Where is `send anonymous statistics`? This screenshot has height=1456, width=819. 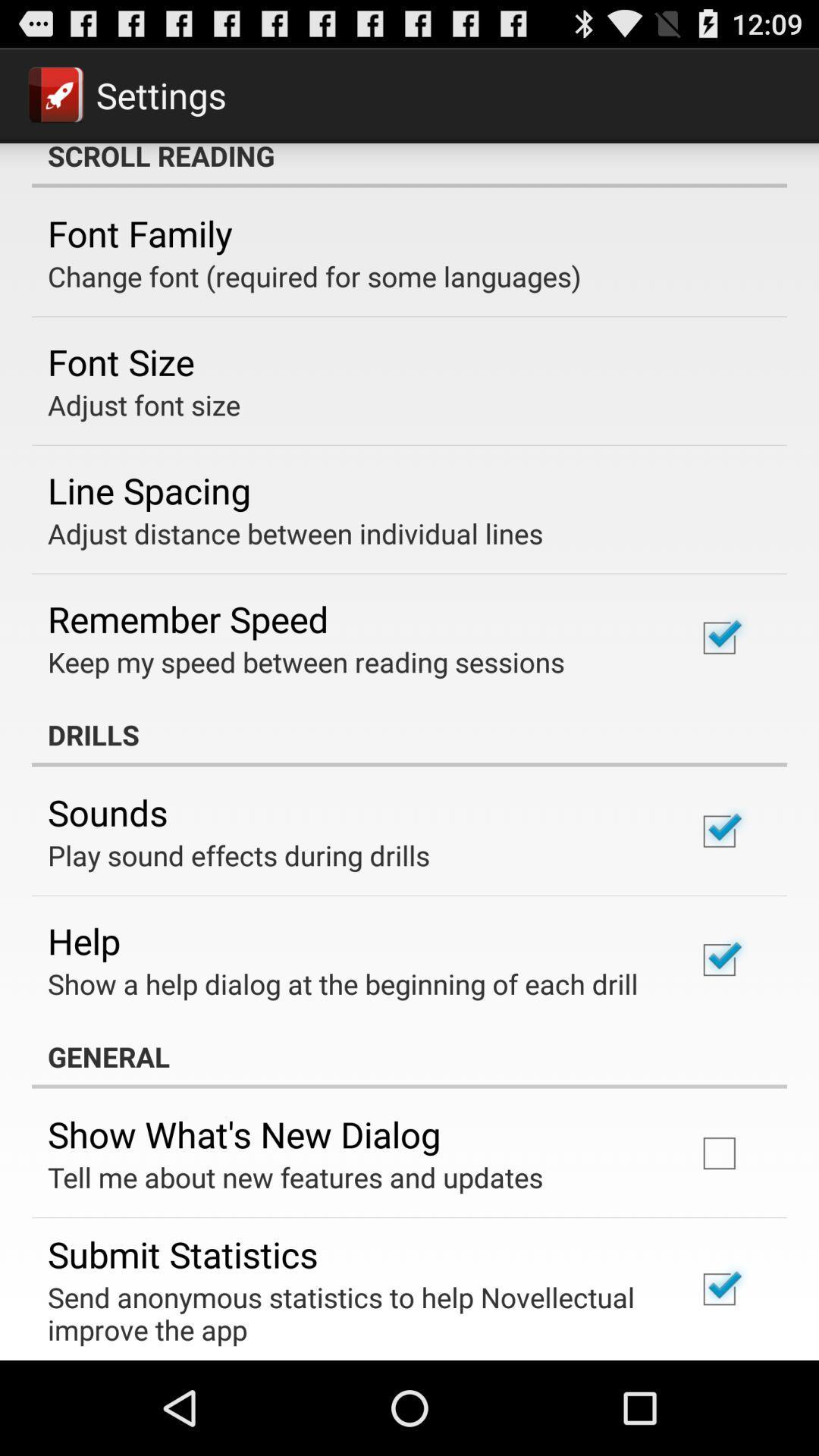
send anonymous statistics is located at coordinates (351, 1313).